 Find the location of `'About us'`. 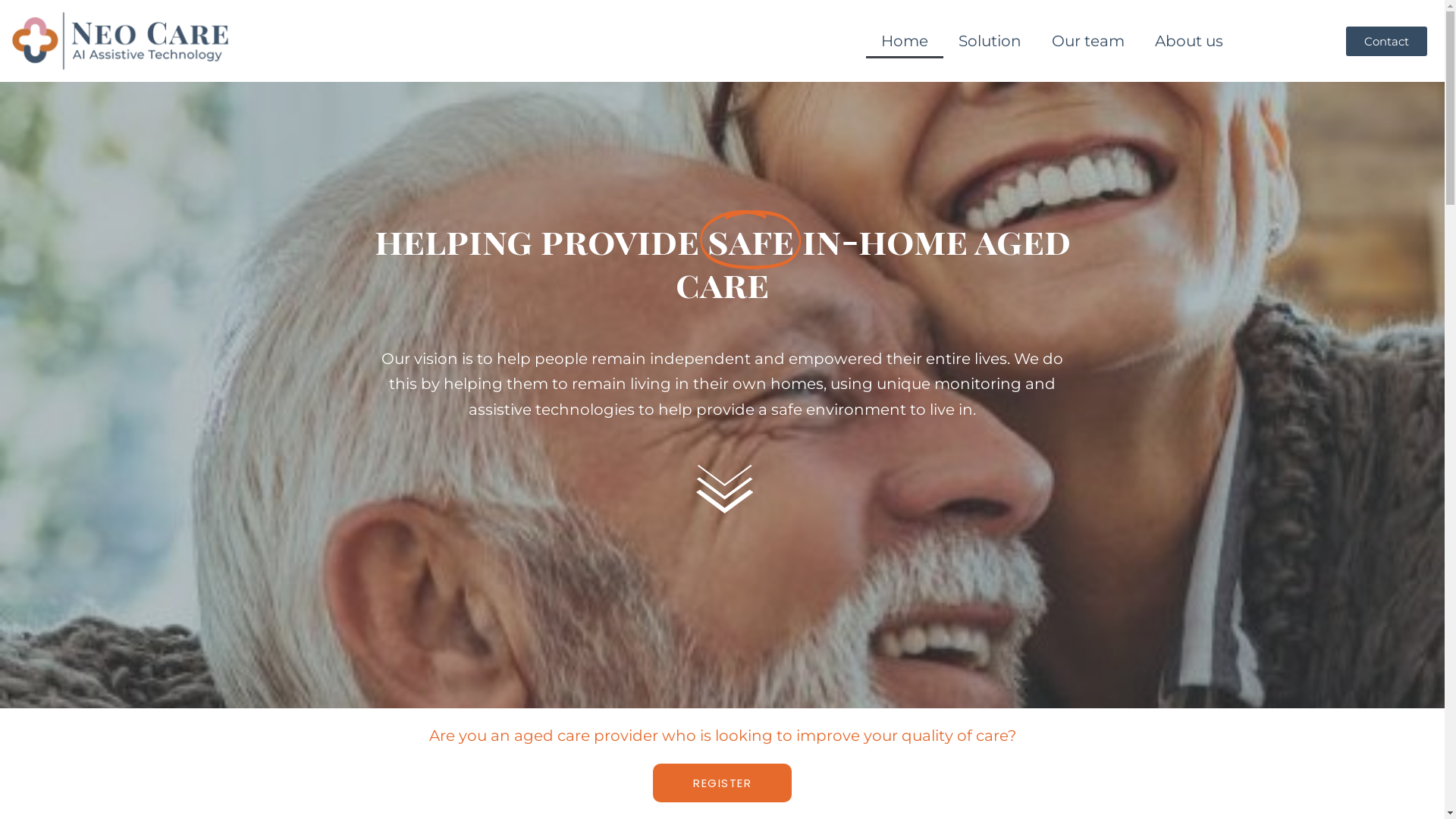

'About us' is located at coordinates (1139, 40).